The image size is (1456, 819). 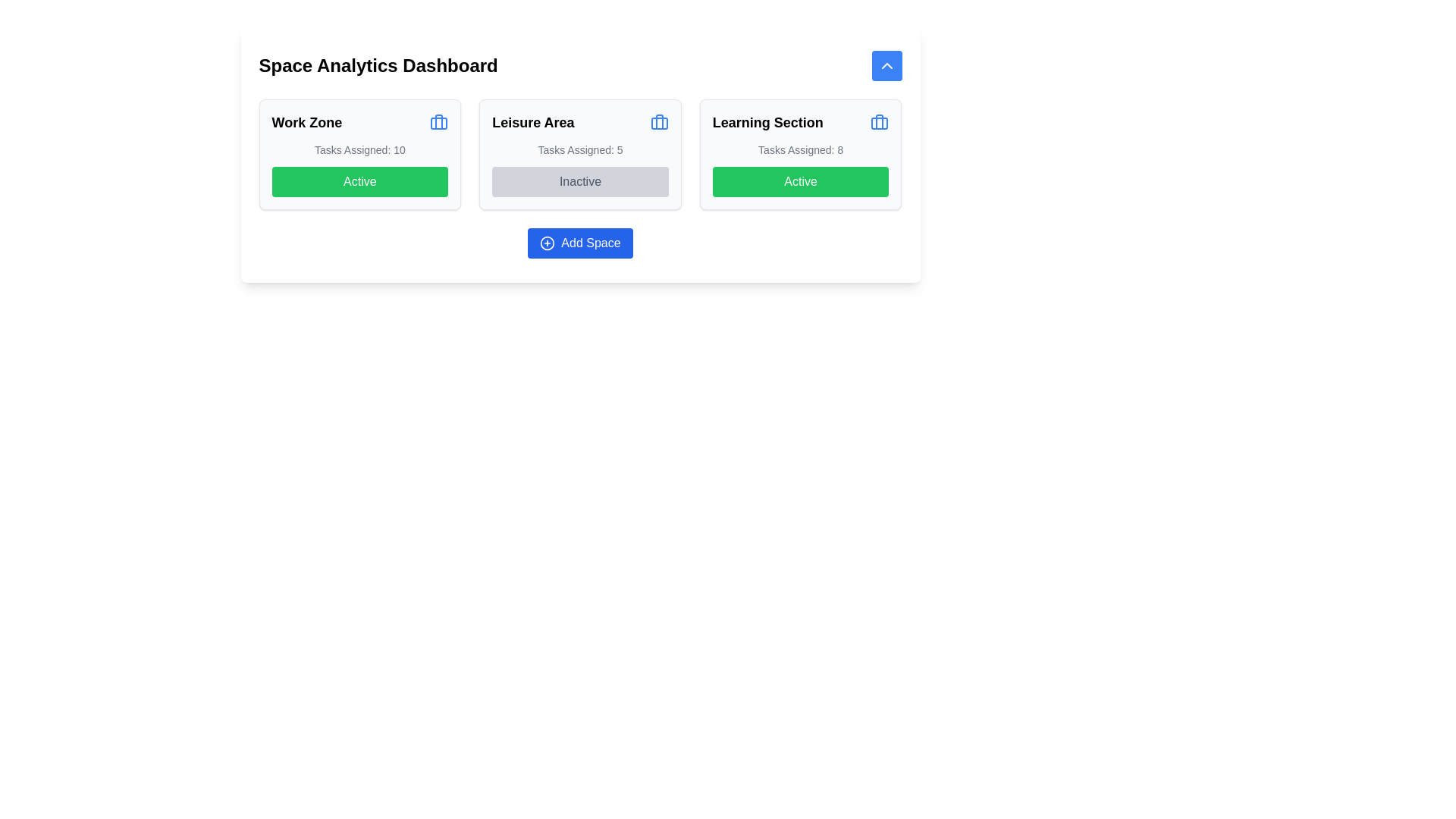 I want to click on the button located in the bottom section of the 'Leisure Area' card, so click(x=579, y=180).